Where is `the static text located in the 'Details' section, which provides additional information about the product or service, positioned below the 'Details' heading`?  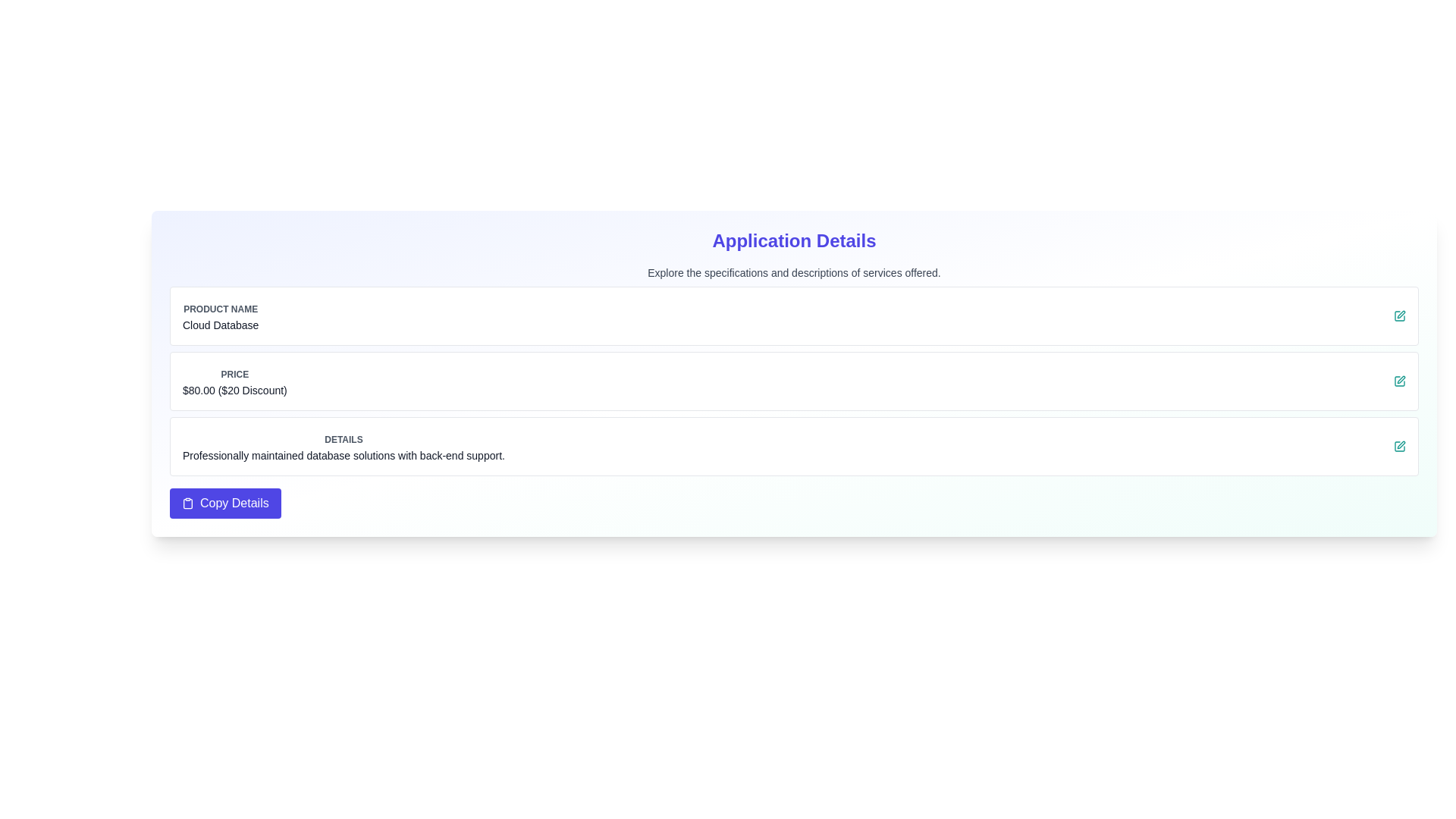 the static text located in the 'Details' section, which provides additional information about the product or service, positioned below the 'Details' heading is located at coordinates (343, 455).